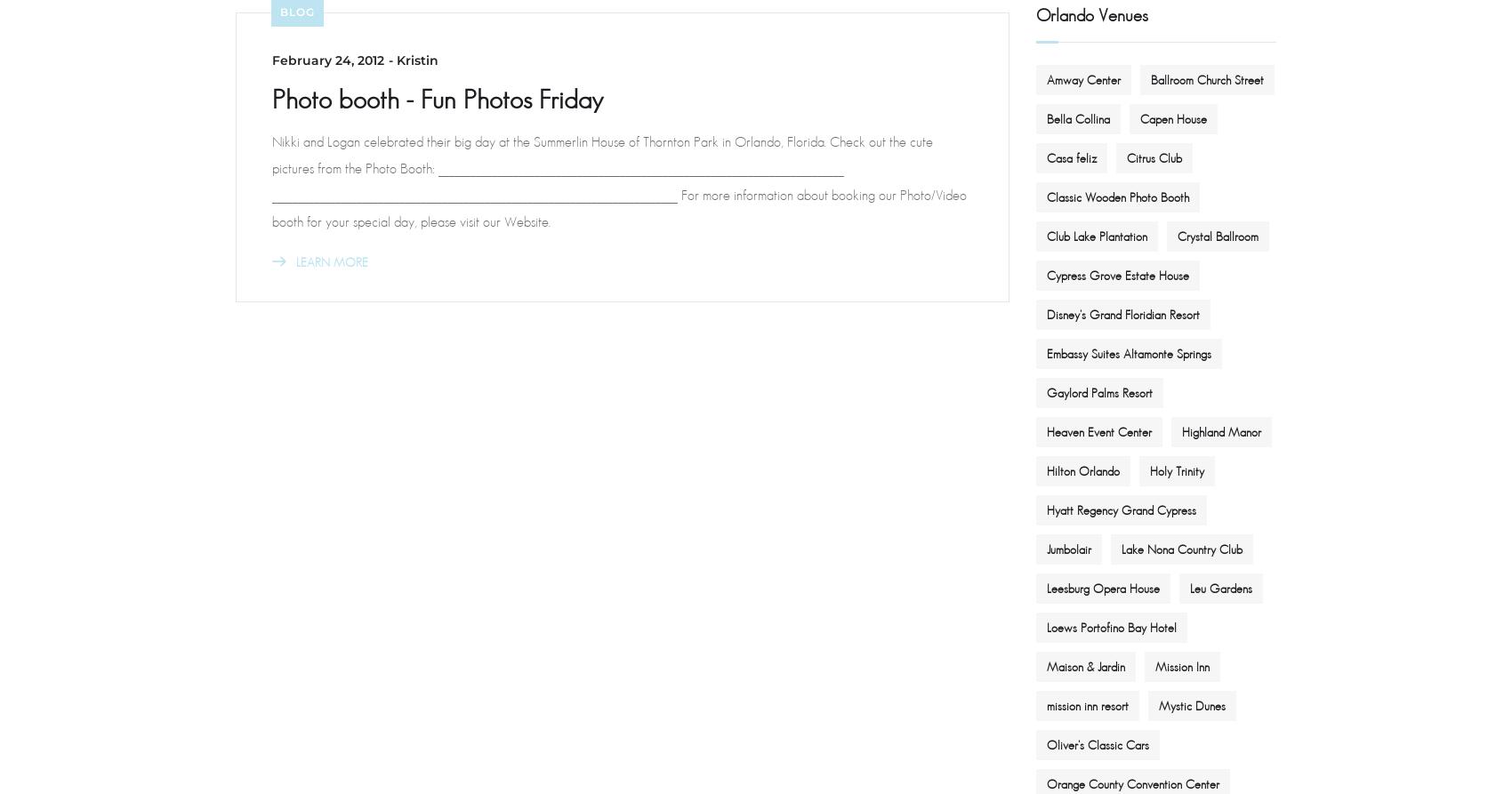 This screenshot has width=1512, height=794. I want to click on 'Photo booth - Fun Photos Friday', so click(437, 99).